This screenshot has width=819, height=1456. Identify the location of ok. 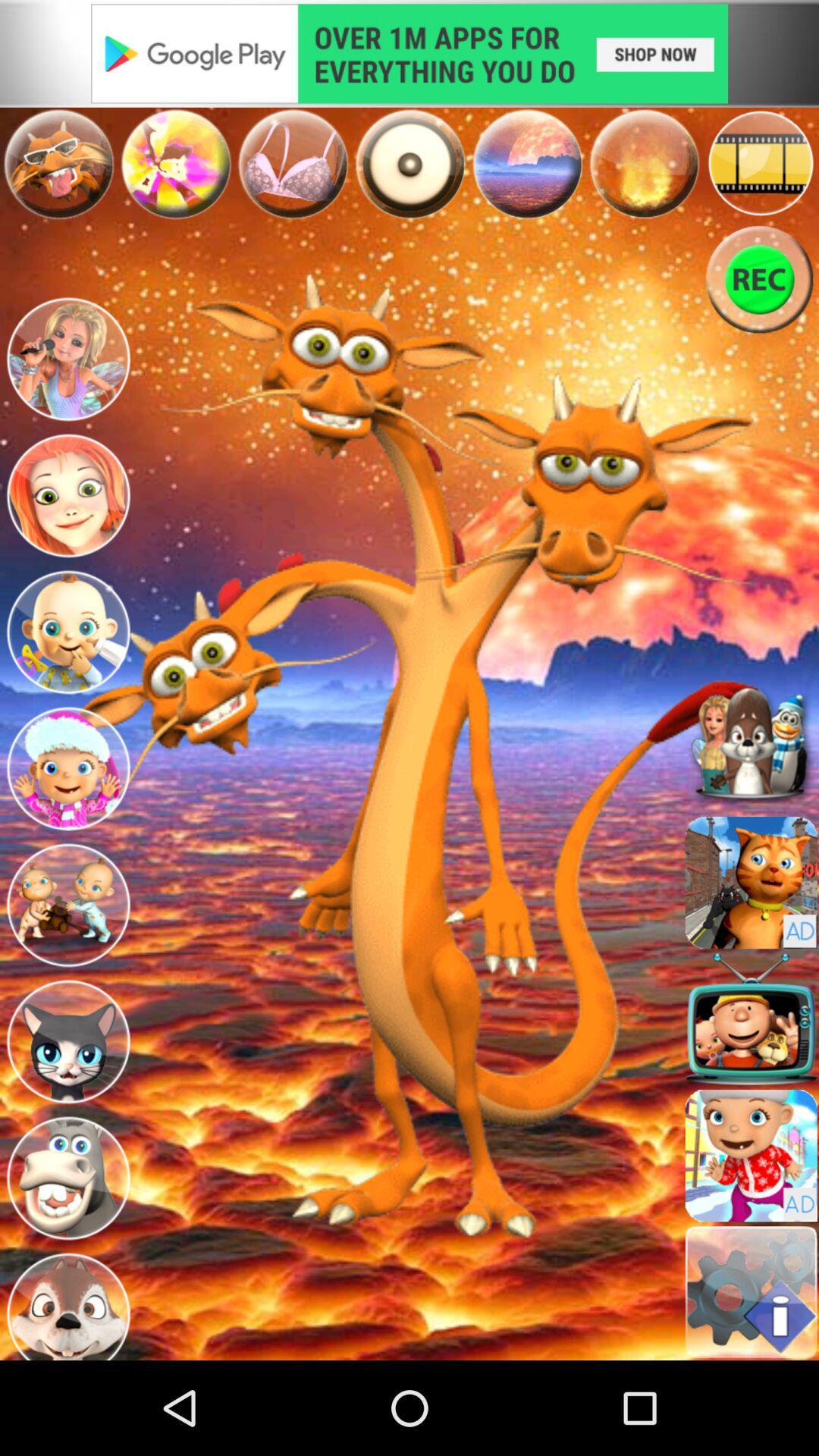
(751, 1019).